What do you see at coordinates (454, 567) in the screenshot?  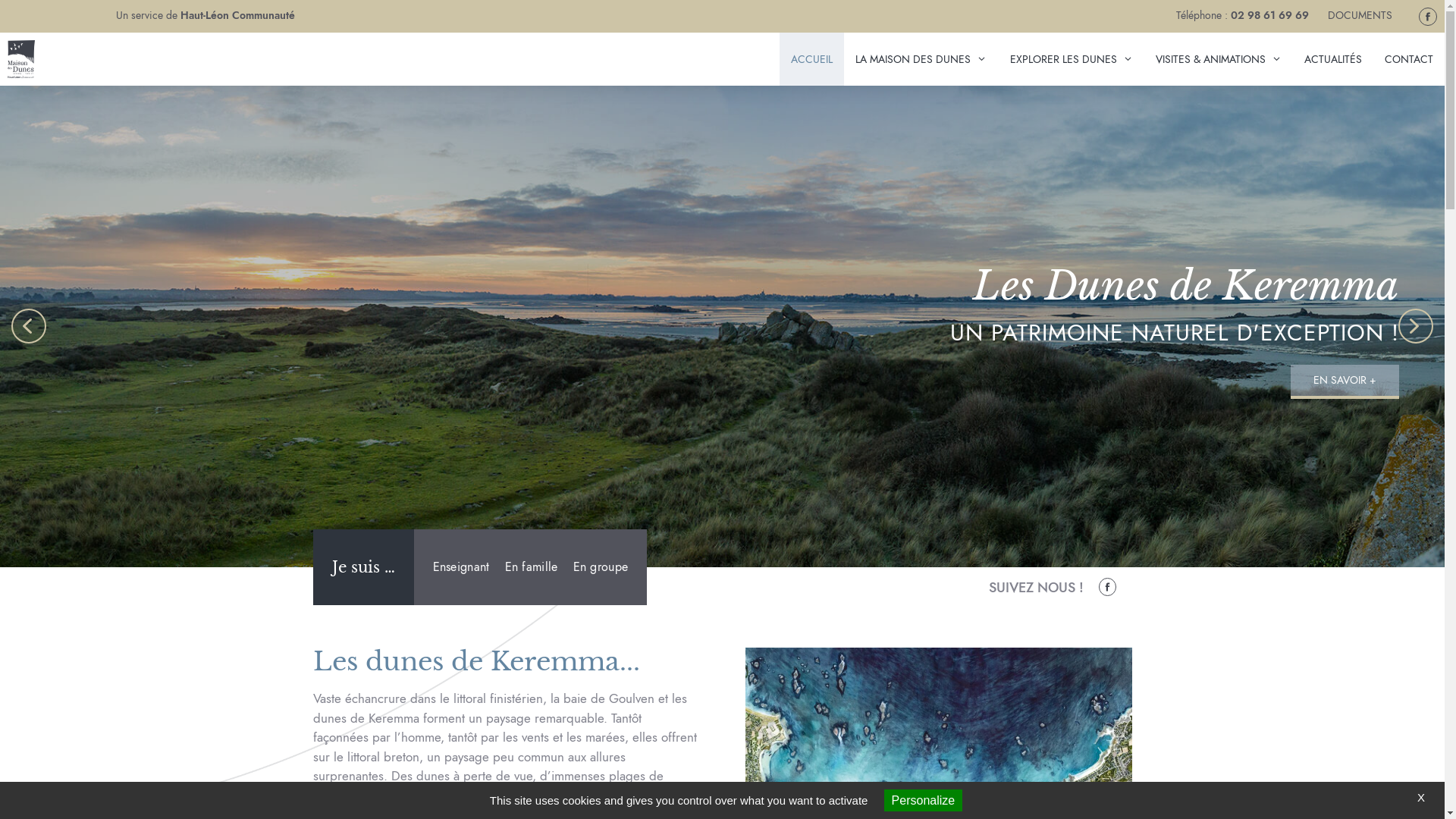 I see `'Enseignant'` at bounding box center [454, 567].